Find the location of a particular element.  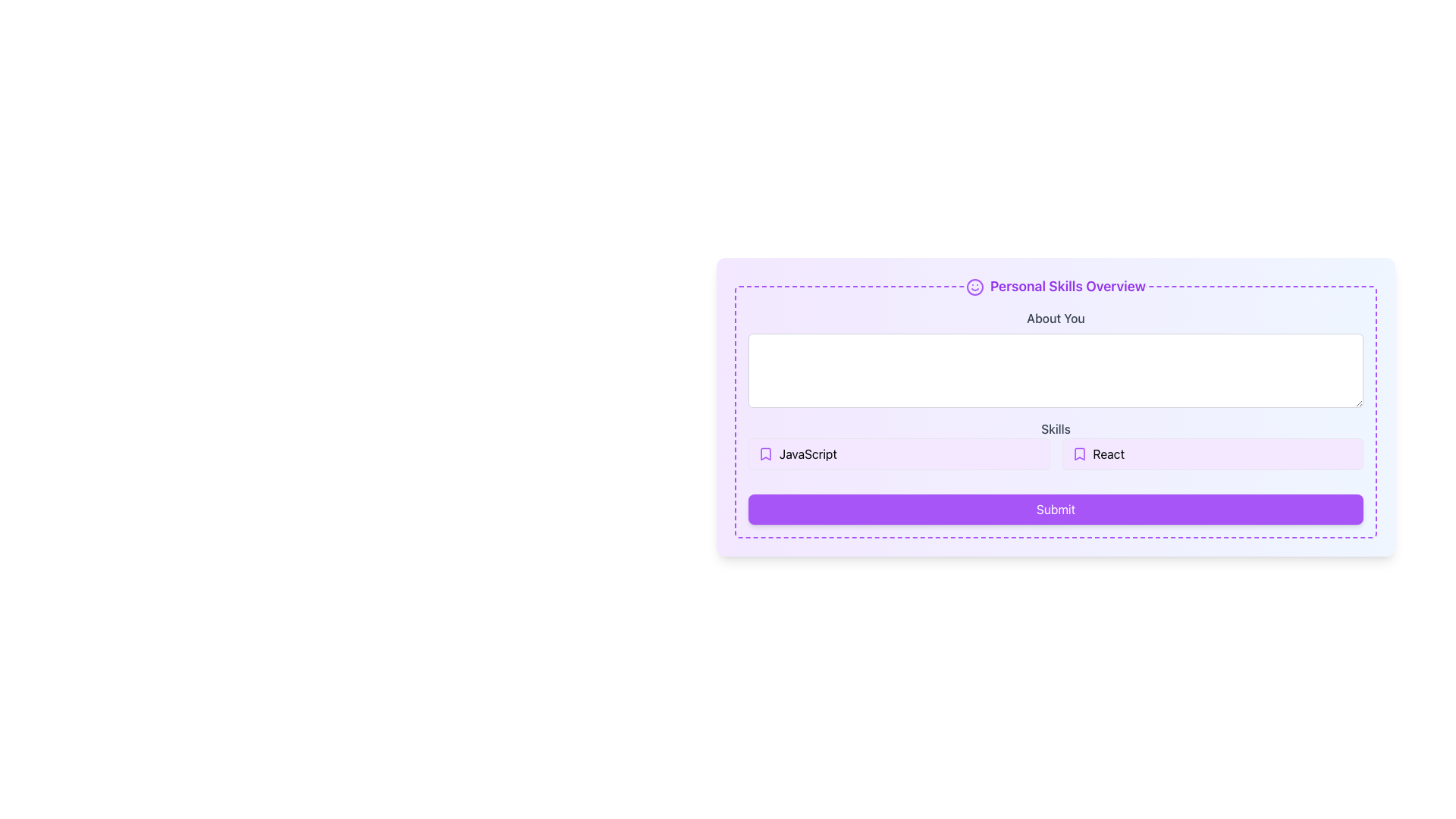

the bookmark-shaped icon with a purple outline located within the 'JavaScript' button in the 'Skills' section of the form is located at coordinates (765, 453).